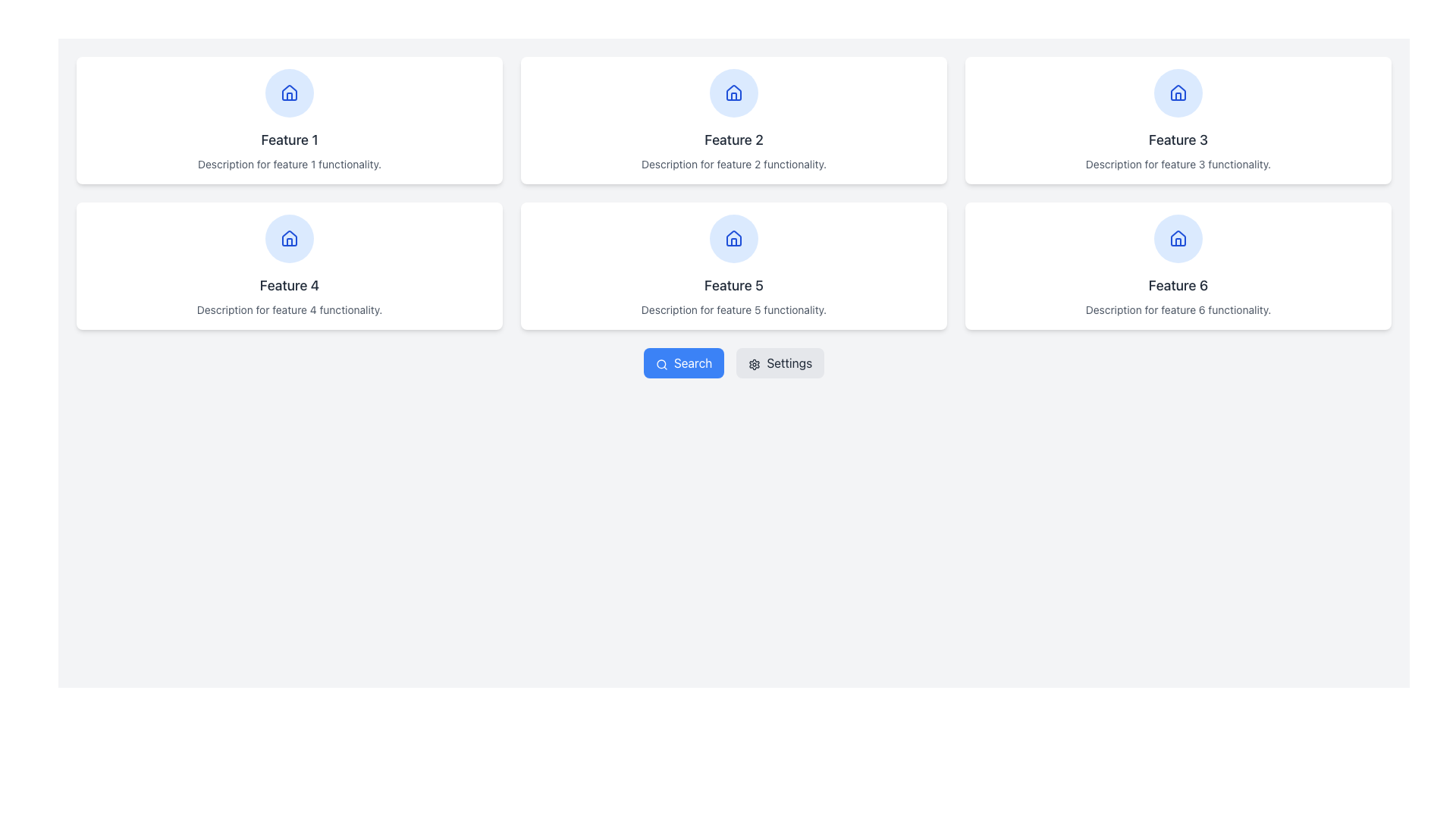 This screenshot has height=819, width=1456. I want to click on the Informational Card representing 'Feature 1', located at the top left of the grid layout, so click(290, 119).